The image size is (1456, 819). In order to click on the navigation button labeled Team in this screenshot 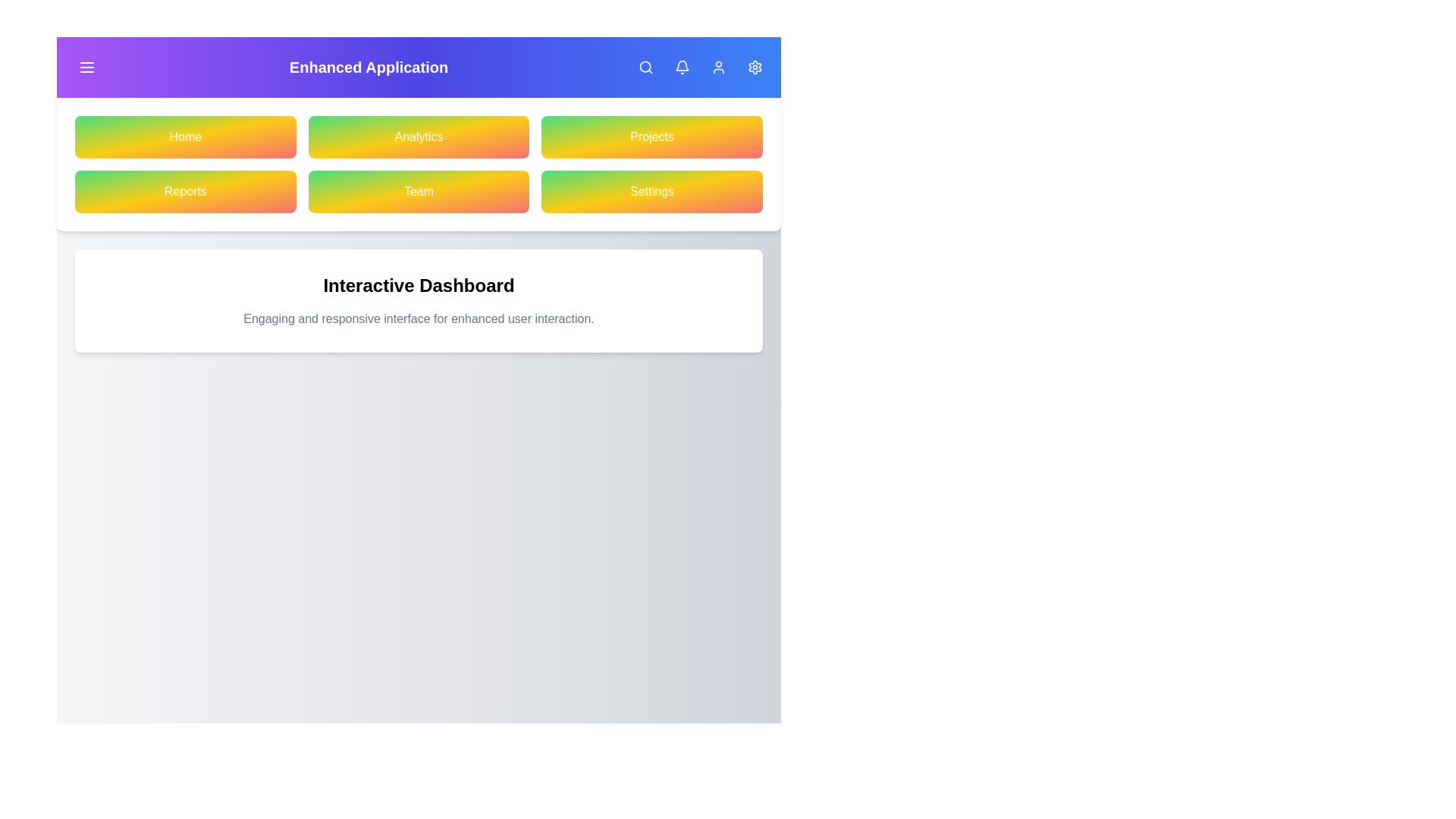, I will do `click(419, 191)`.